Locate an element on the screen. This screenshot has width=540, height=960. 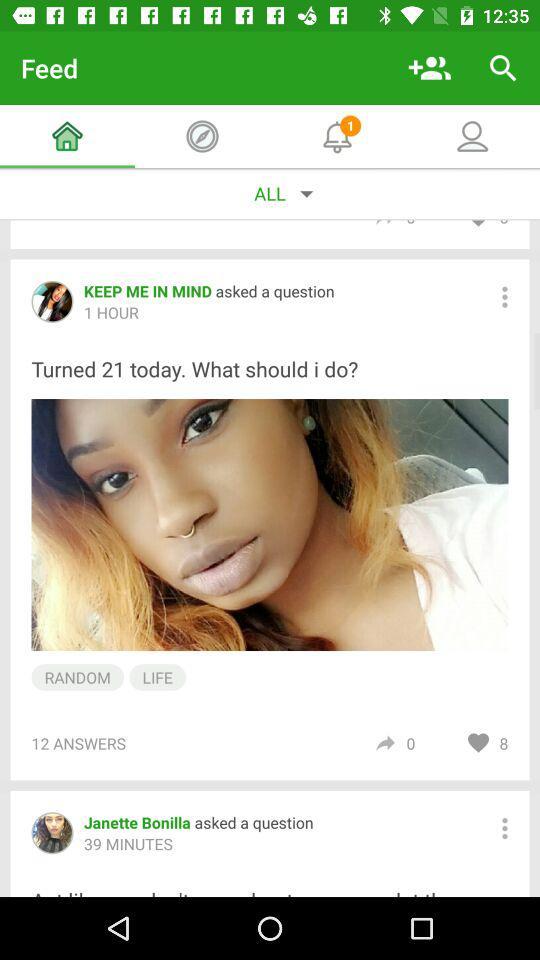
the app to the right of the feed item is located at coordinates (428, 68).